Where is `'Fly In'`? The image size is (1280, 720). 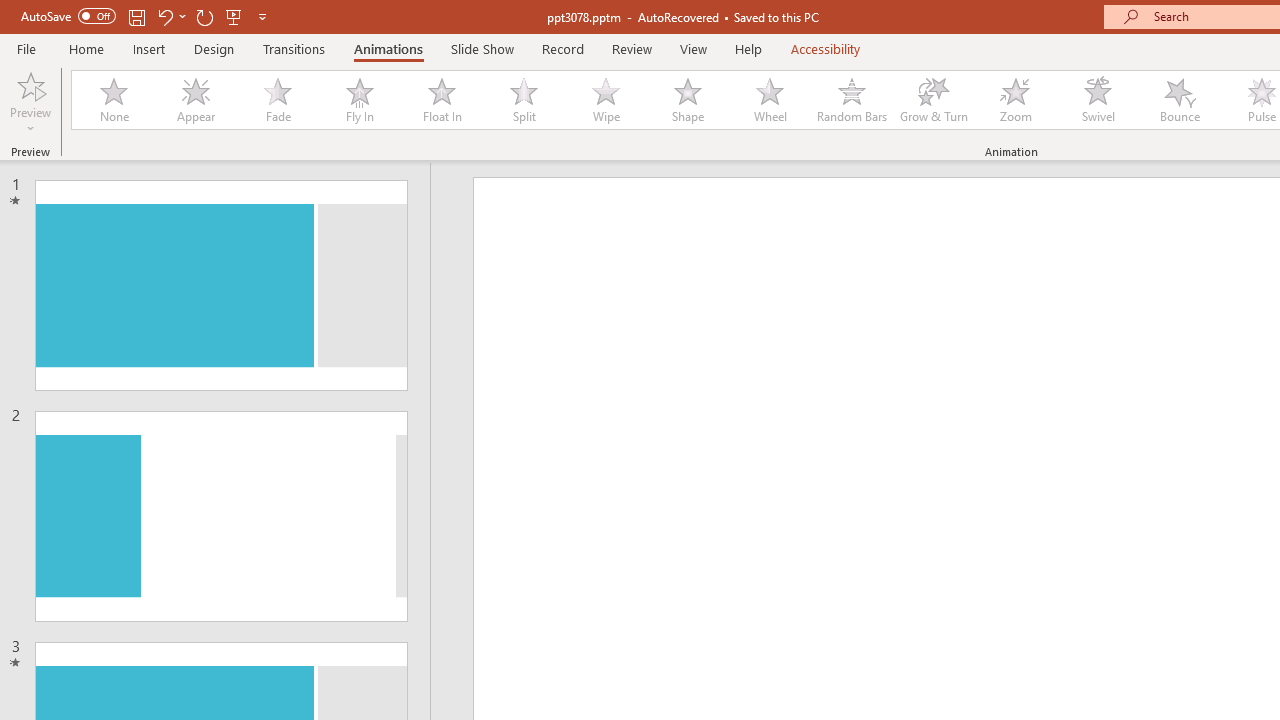 'Fly In' is located at coordinates (359, 100).